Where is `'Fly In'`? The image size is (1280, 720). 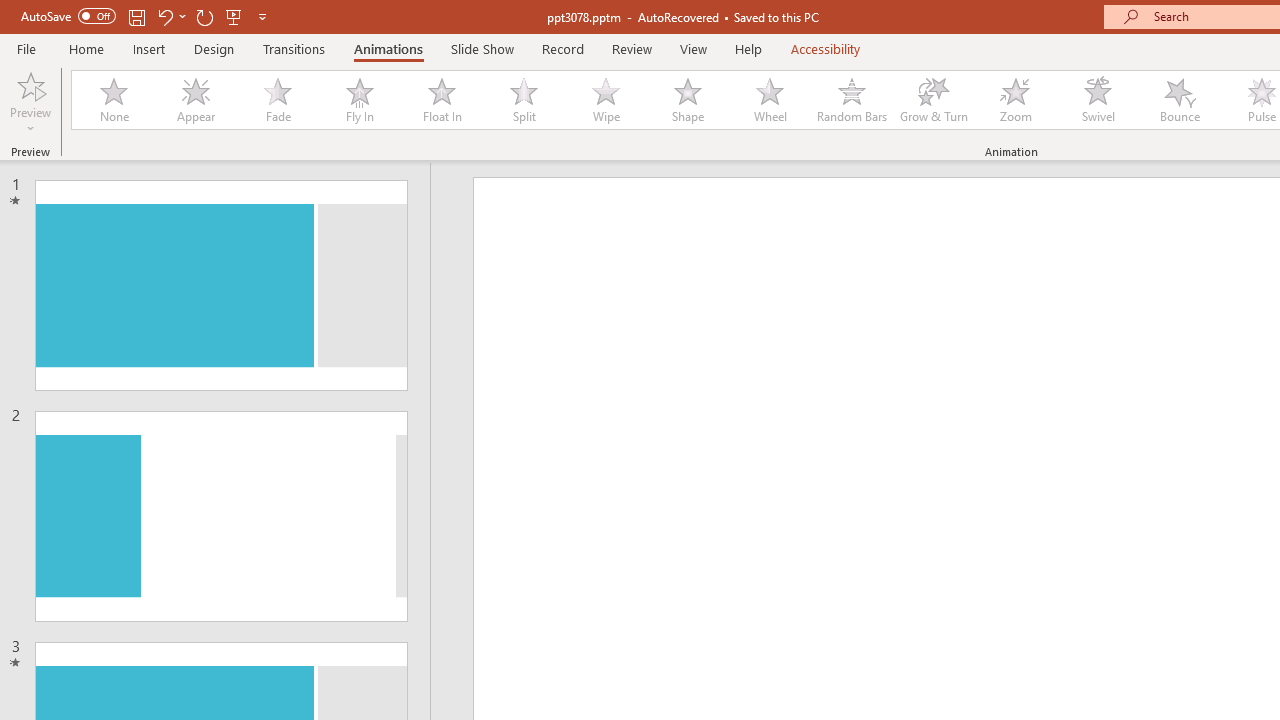 'Fly In' is located at coordinates (359, 100).